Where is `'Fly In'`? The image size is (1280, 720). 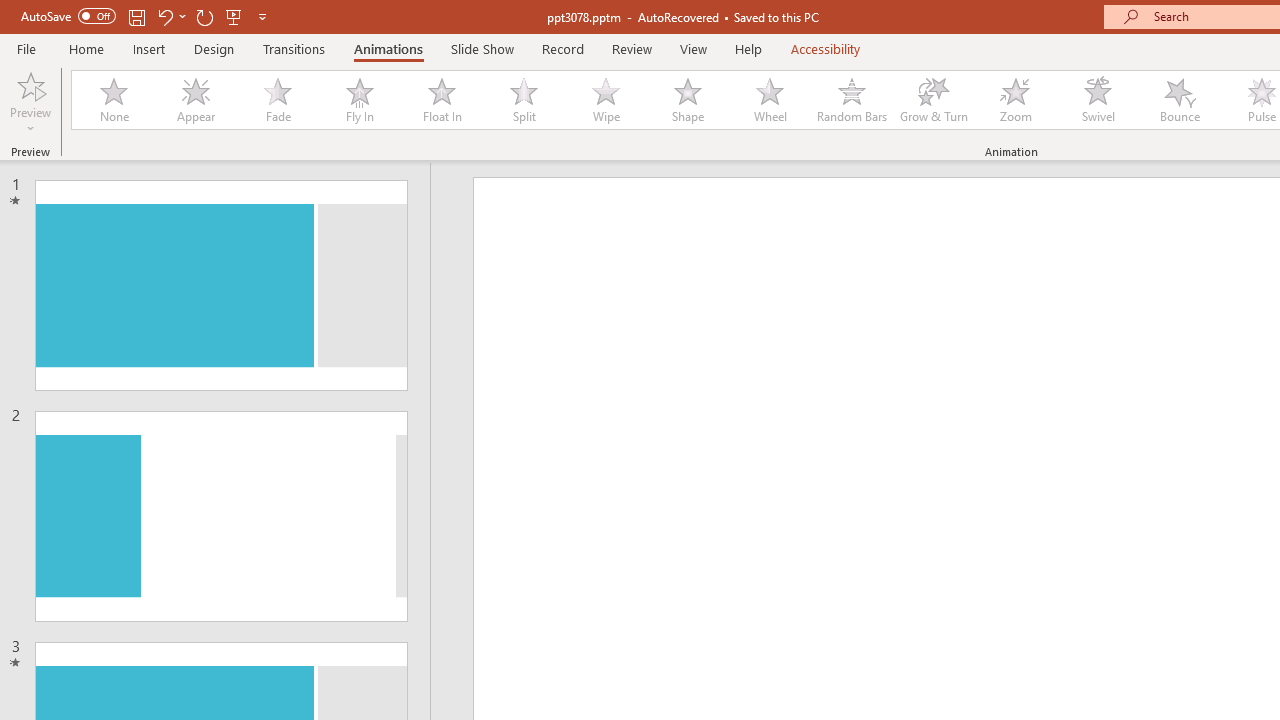 'Fly In' is located at coordinates (359, 100).